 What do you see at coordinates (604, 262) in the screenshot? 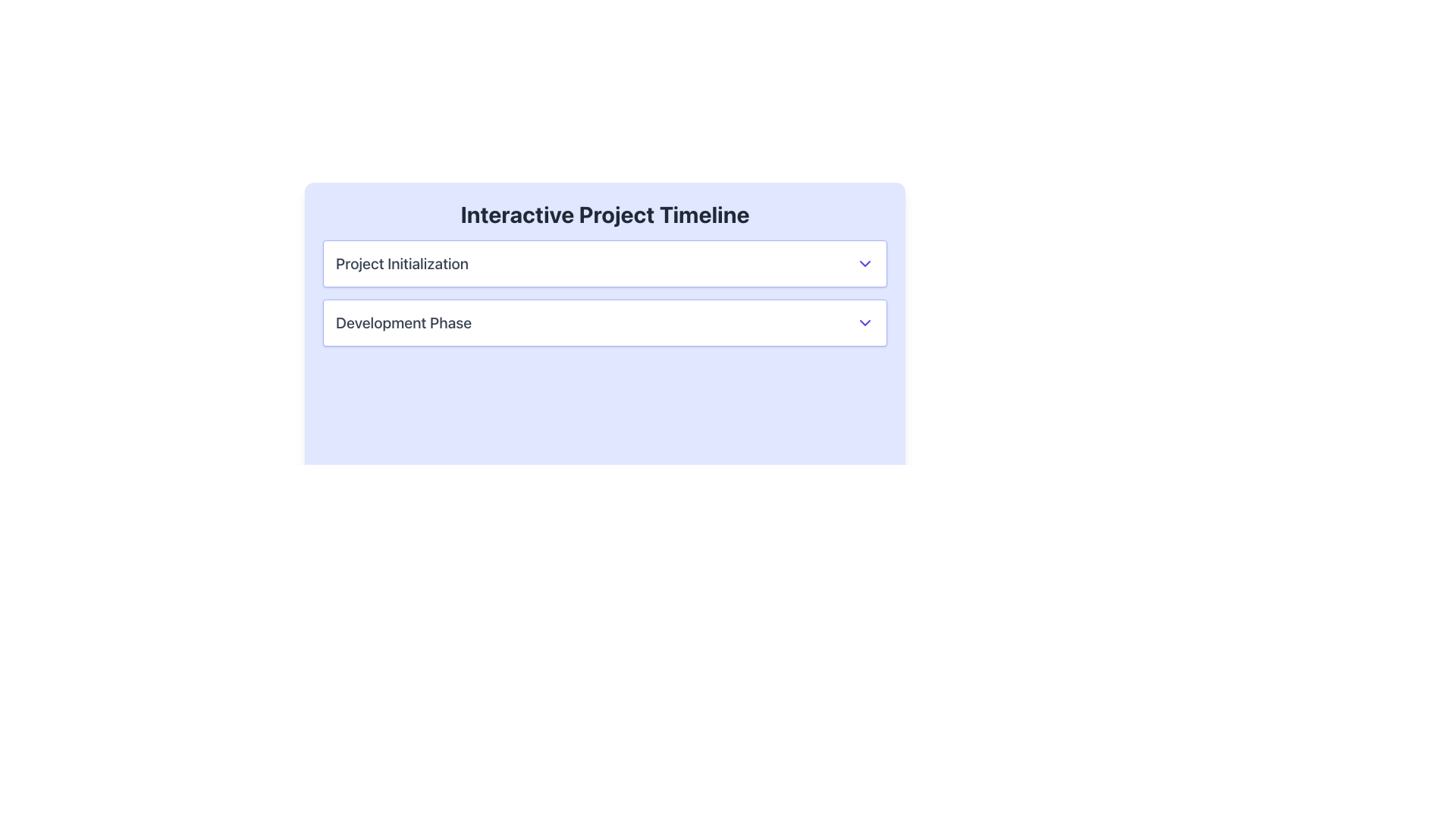
I see `the first dropdown list item in the 'Interactive Project Timeline' panel` at bounding box center [604, 262].